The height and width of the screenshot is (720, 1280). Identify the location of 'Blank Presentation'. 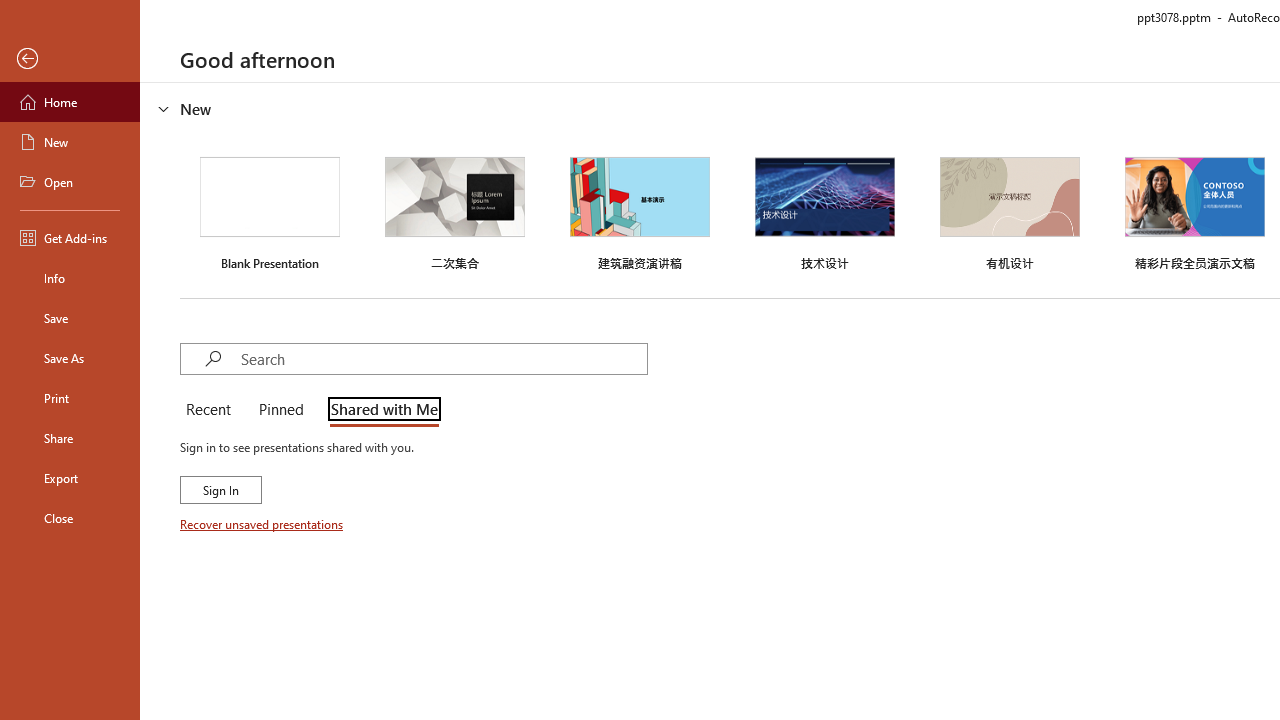
(269, 211).